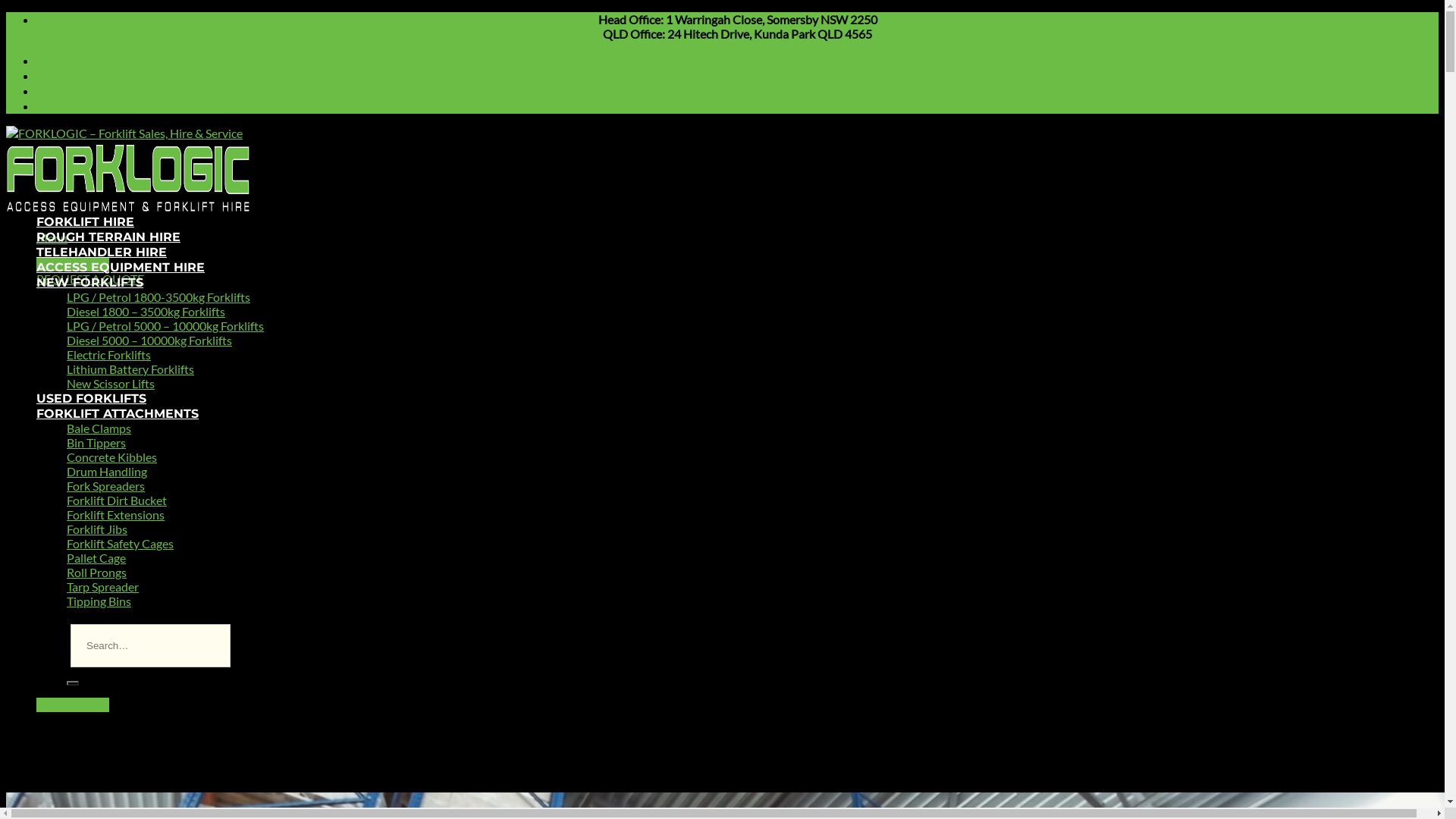  What do you see at coordinates (116, 413) in the screenshot?
I see `'FORKLIFT ATTACHMENTS'` at bounding box center [116, 413].